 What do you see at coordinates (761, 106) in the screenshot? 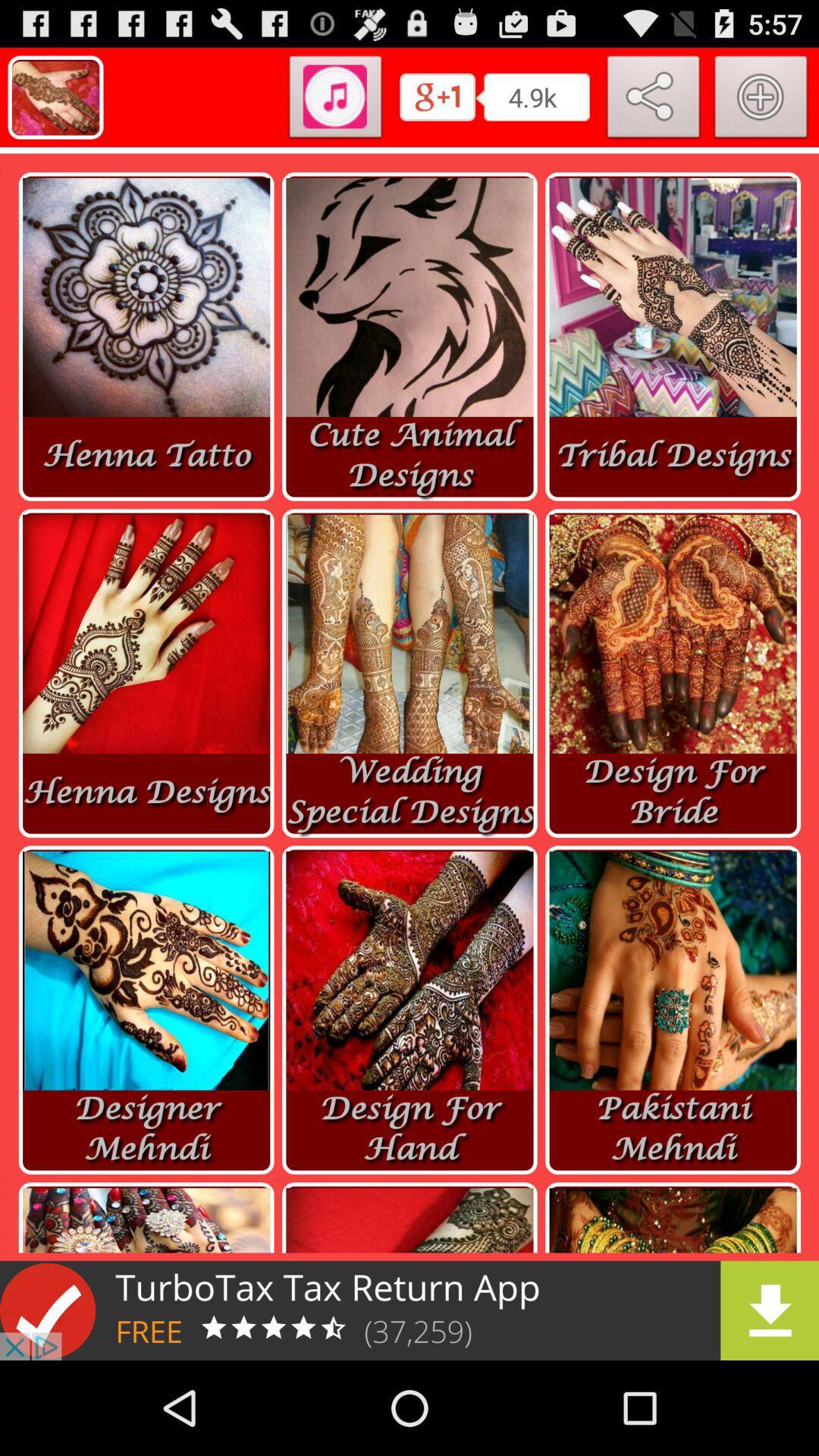
I see `the add icon` at bounding box center [761, 106].